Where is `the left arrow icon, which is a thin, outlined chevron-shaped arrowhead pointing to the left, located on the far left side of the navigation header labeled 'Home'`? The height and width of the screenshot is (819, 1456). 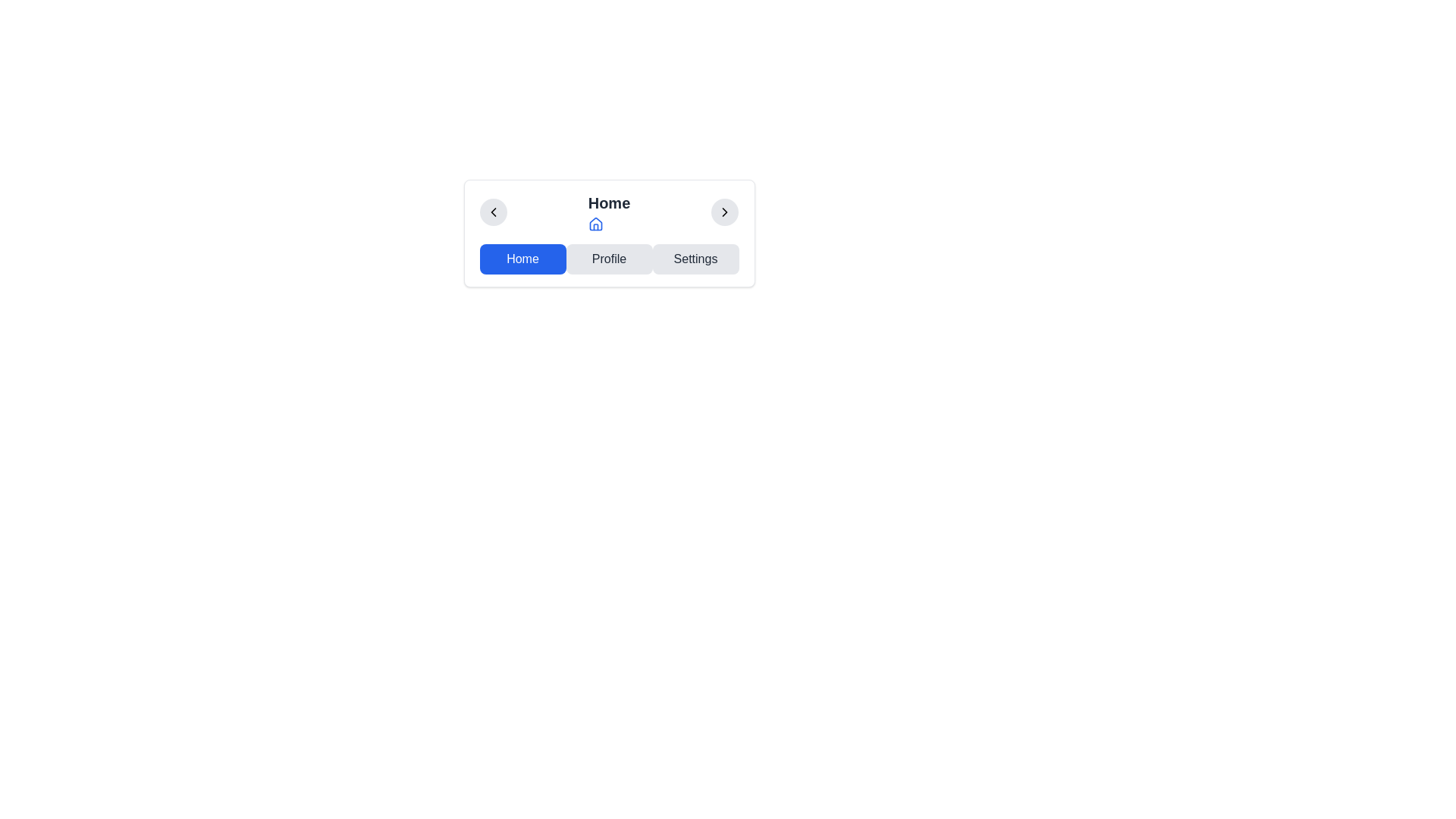
the left arrow icon, which is a thin, outlined chevron-shaped arrowhead pointing to the left, located on the far left side of the navigation header labeled 'Home' is located at coordinates (493, 212).